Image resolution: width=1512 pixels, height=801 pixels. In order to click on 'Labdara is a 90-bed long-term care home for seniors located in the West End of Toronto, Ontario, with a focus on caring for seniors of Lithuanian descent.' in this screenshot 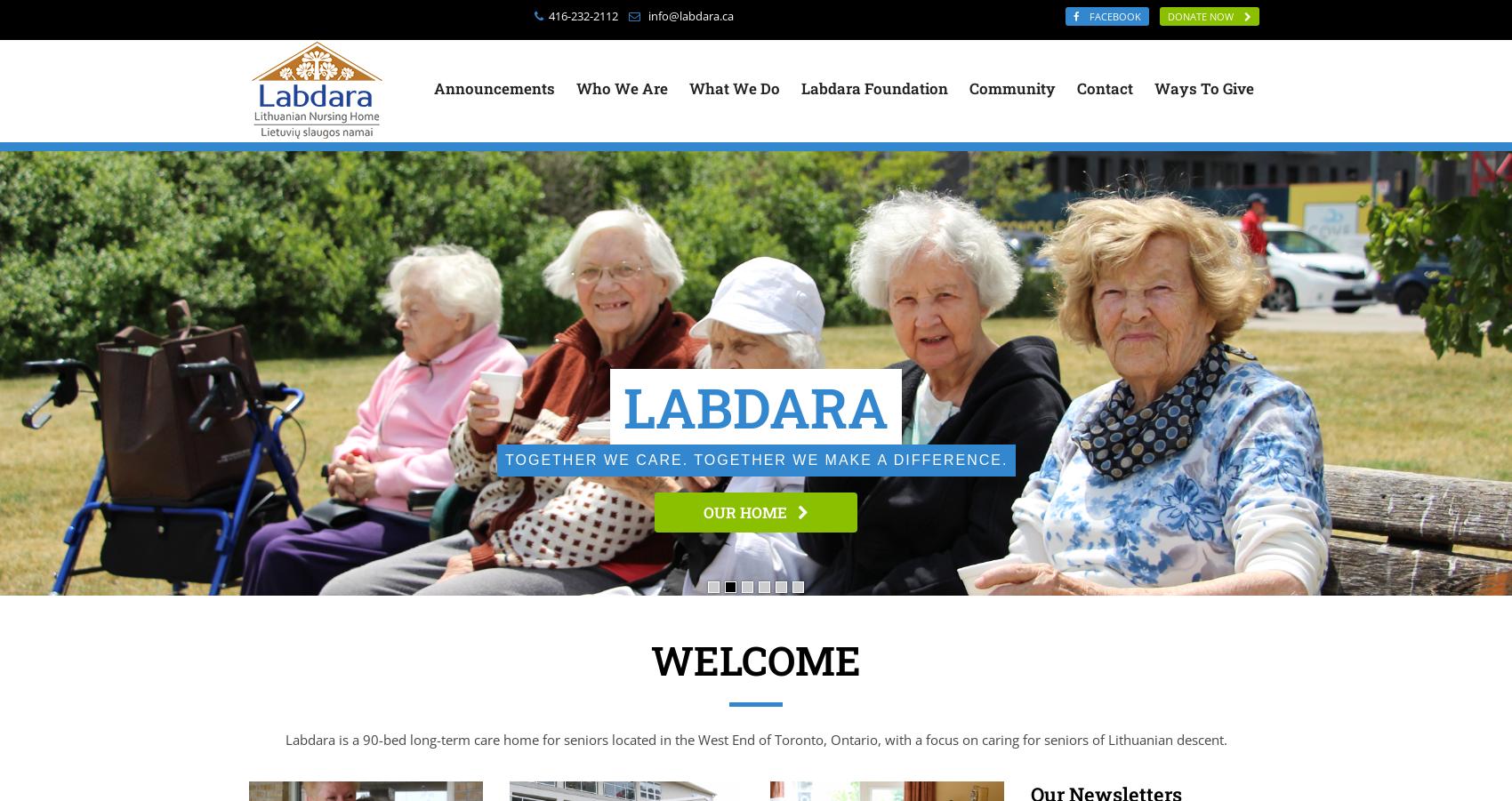, I will do `click(284, 739)`.